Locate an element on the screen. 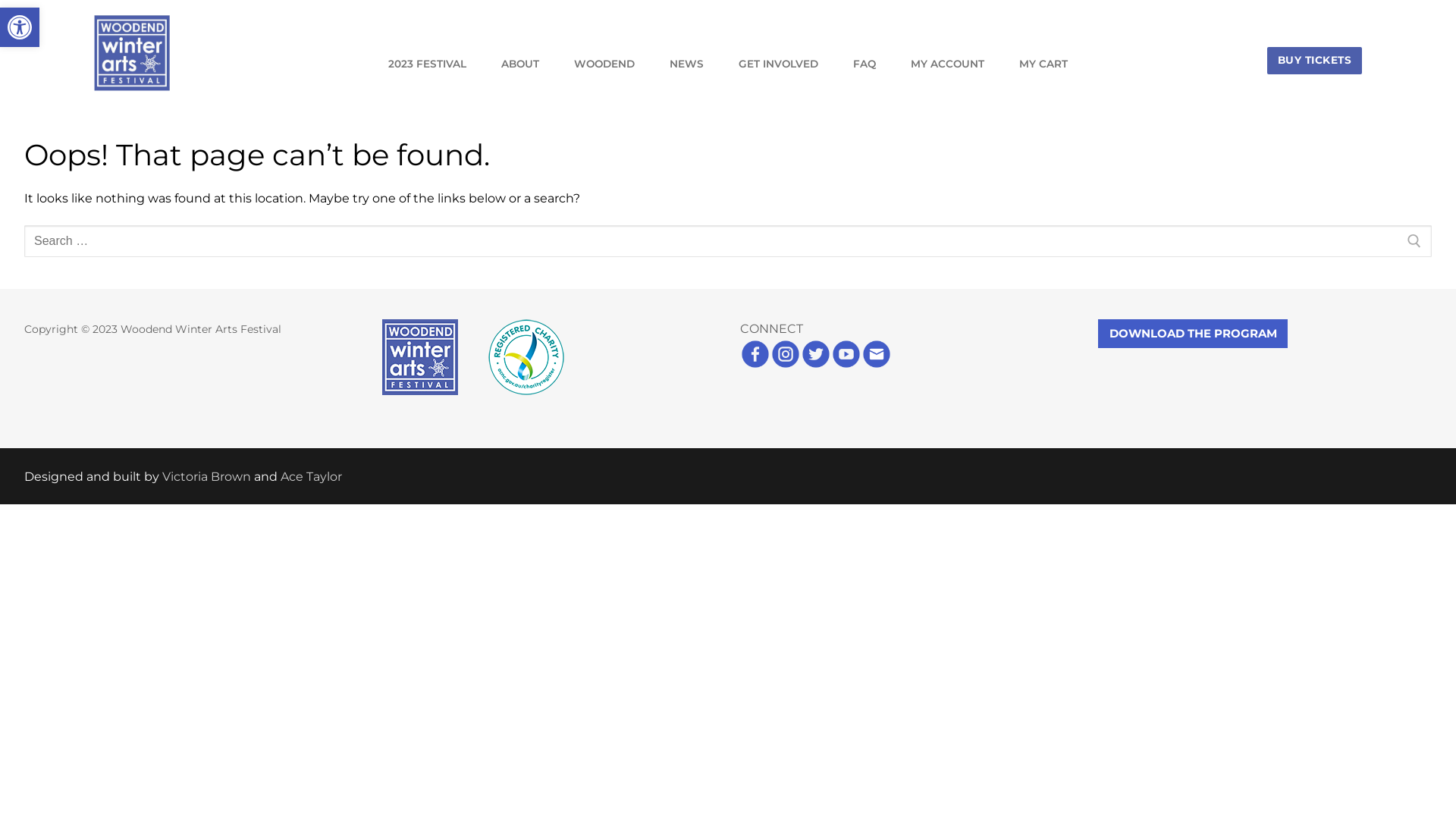  'Instagram' is located at coordinates (770, 365).